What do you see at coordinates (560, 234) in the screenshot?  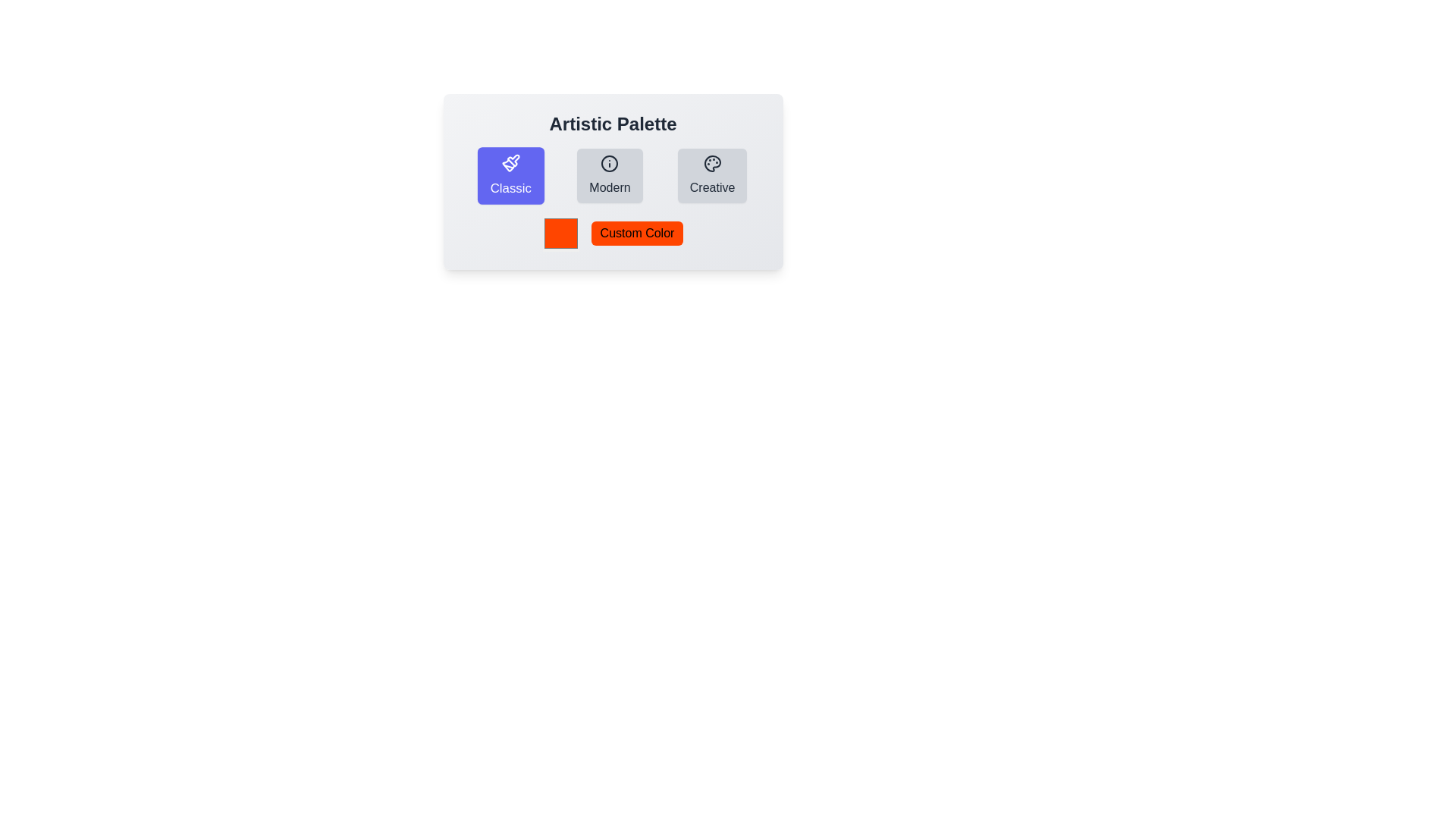 I see `the color picker to open the color selection dialog` at bounding box center [560, 234].